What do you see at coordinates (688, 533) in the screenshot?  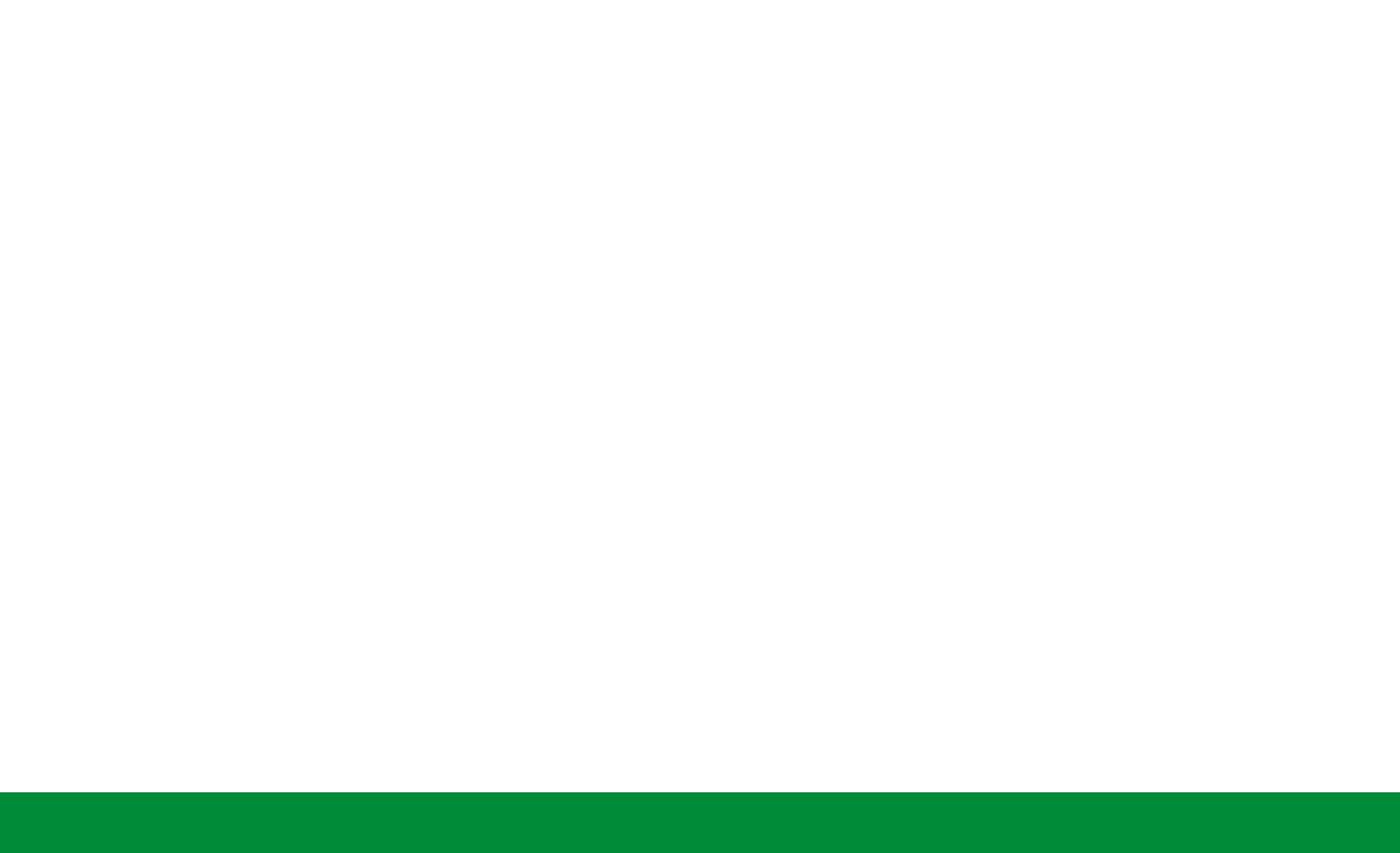 I see `'Installs anywhere in the building'` at bounding box center [688, 533].